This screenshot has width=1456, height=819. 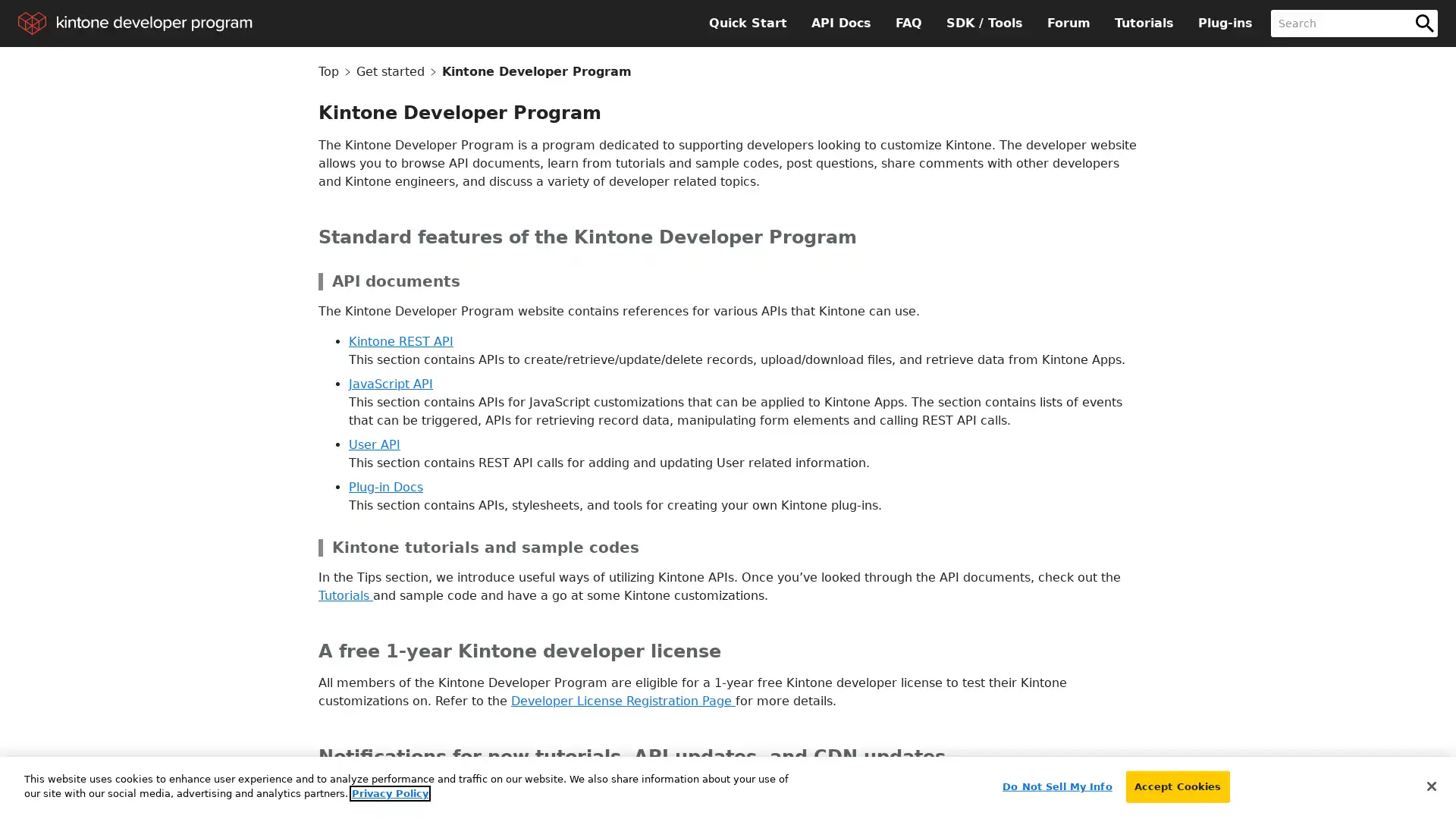 I want to click on Search, so click(x=1423, y=23).